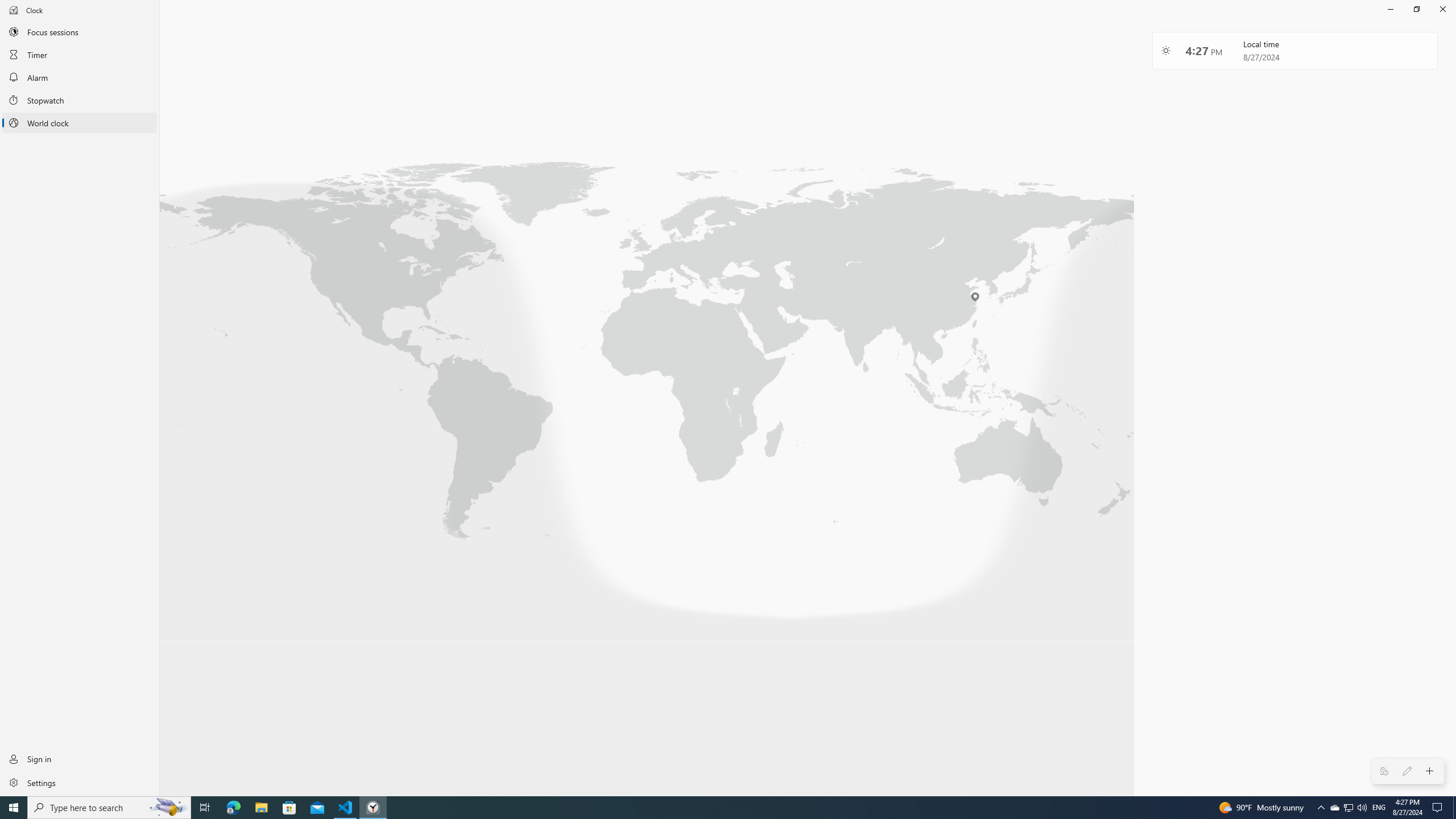 The height and width of the screenshot is (819, 1456). Describe the element at coordinates (1407, 771) in the screenshot. I see `'Edit Clocks'` at that location.